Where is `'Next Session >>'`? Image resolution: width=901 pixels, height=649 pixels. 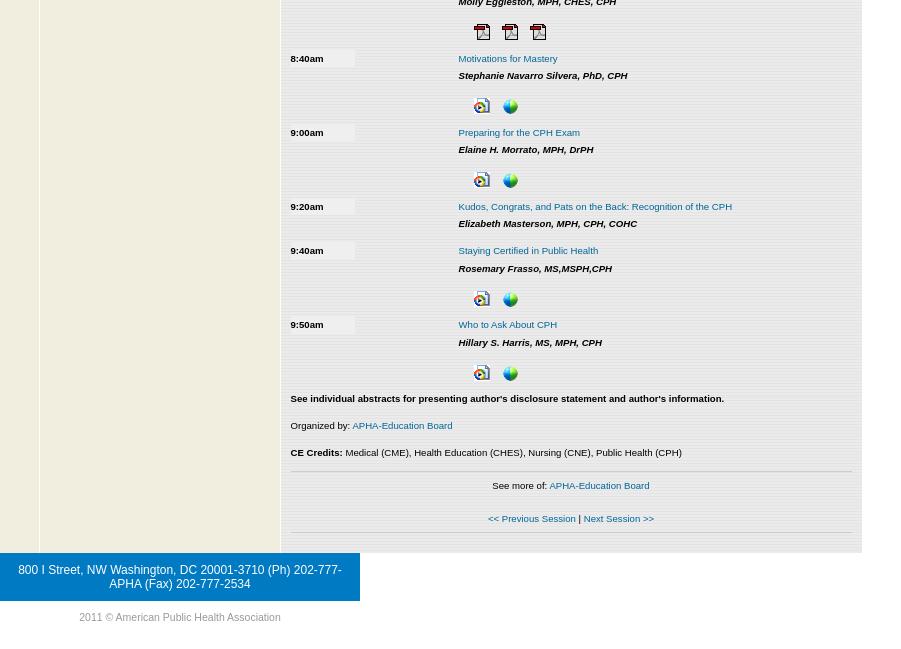 'Next Session >>' is located at coordinates (617, 517).